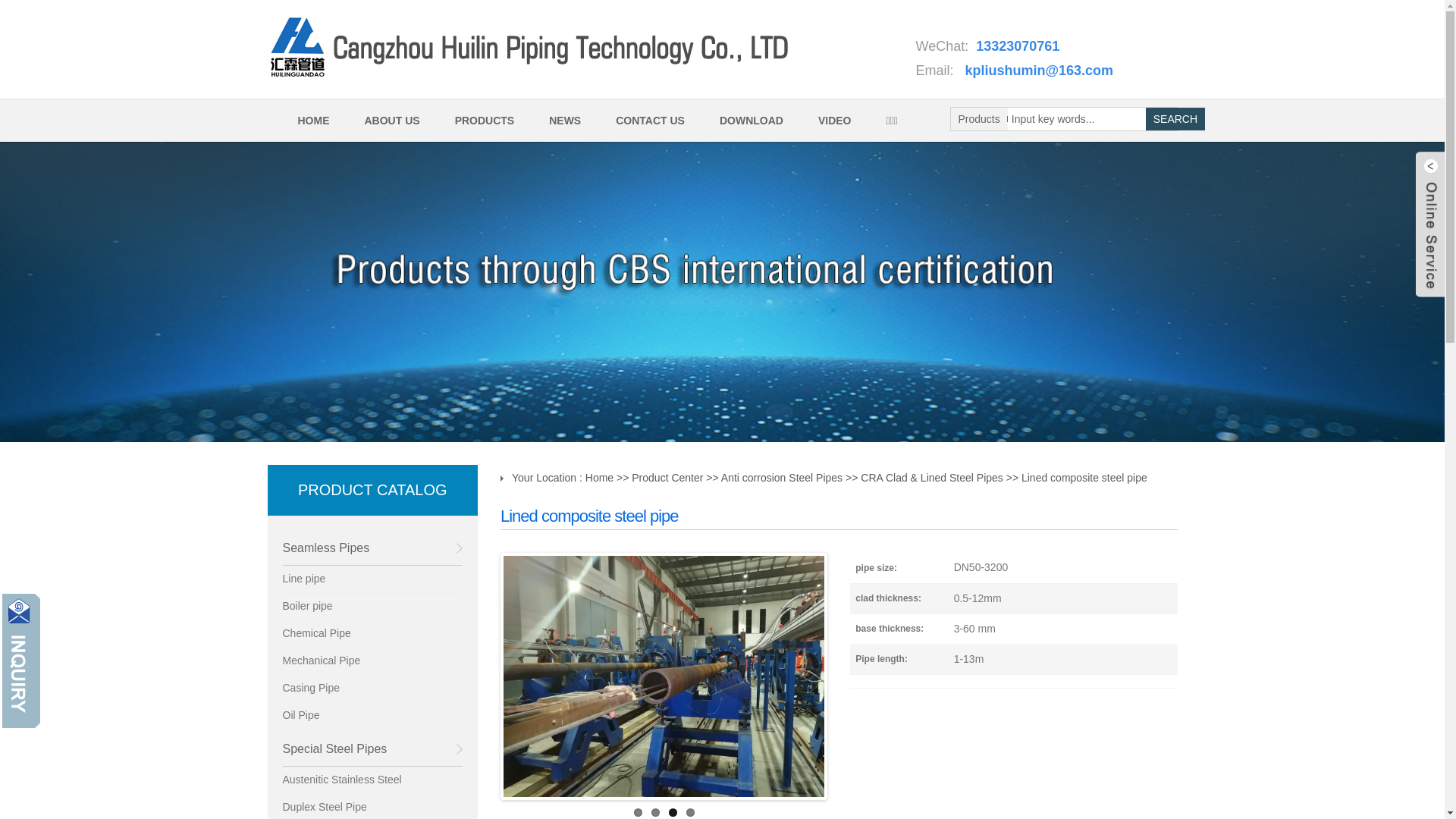 This screenshot has height=819, width=1456. I want to click on '4', so click(689, 811).